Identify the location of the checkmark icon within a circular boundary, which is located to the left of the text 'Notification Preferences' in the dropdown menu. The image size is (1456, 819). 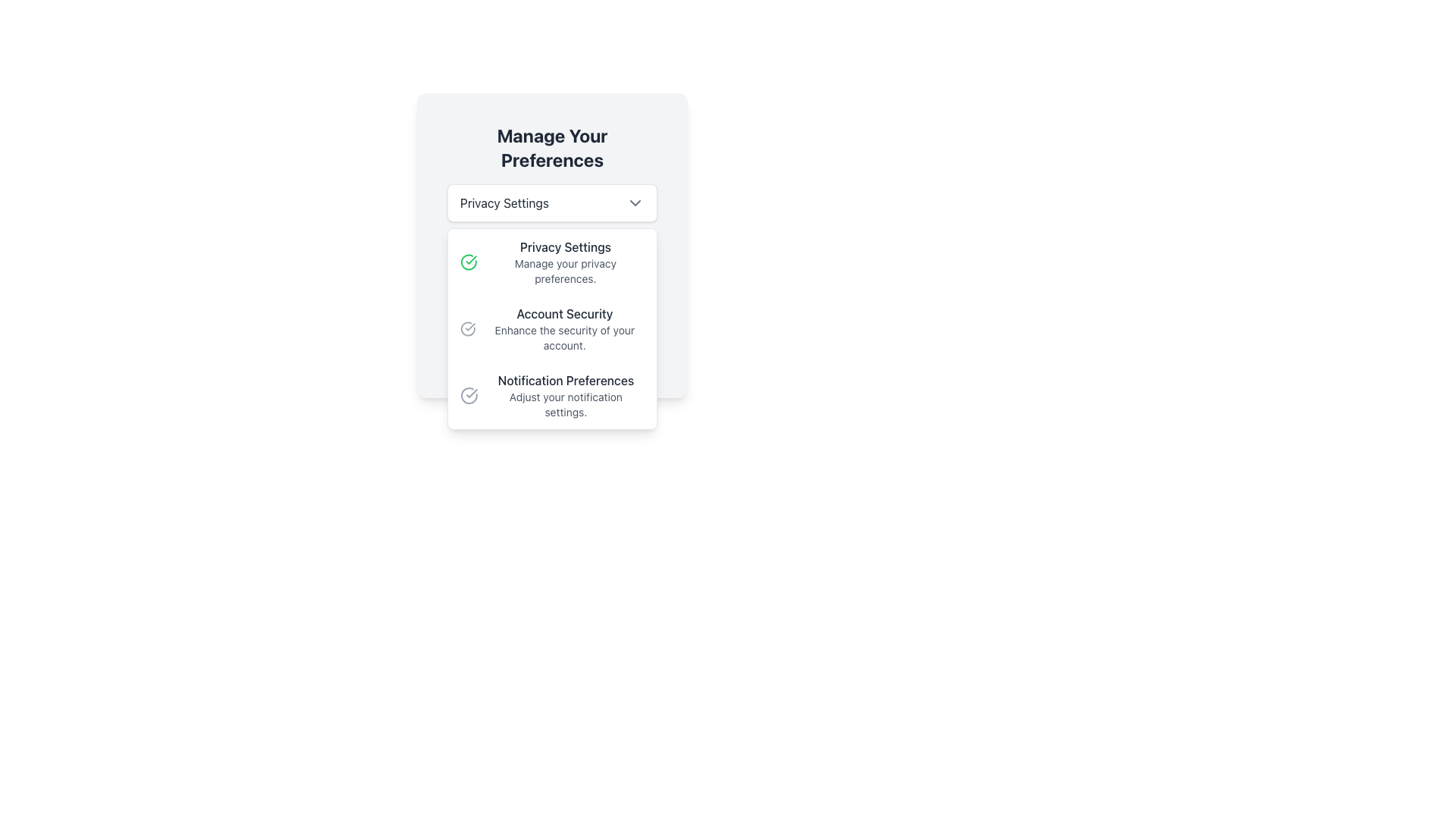
(468, 394).